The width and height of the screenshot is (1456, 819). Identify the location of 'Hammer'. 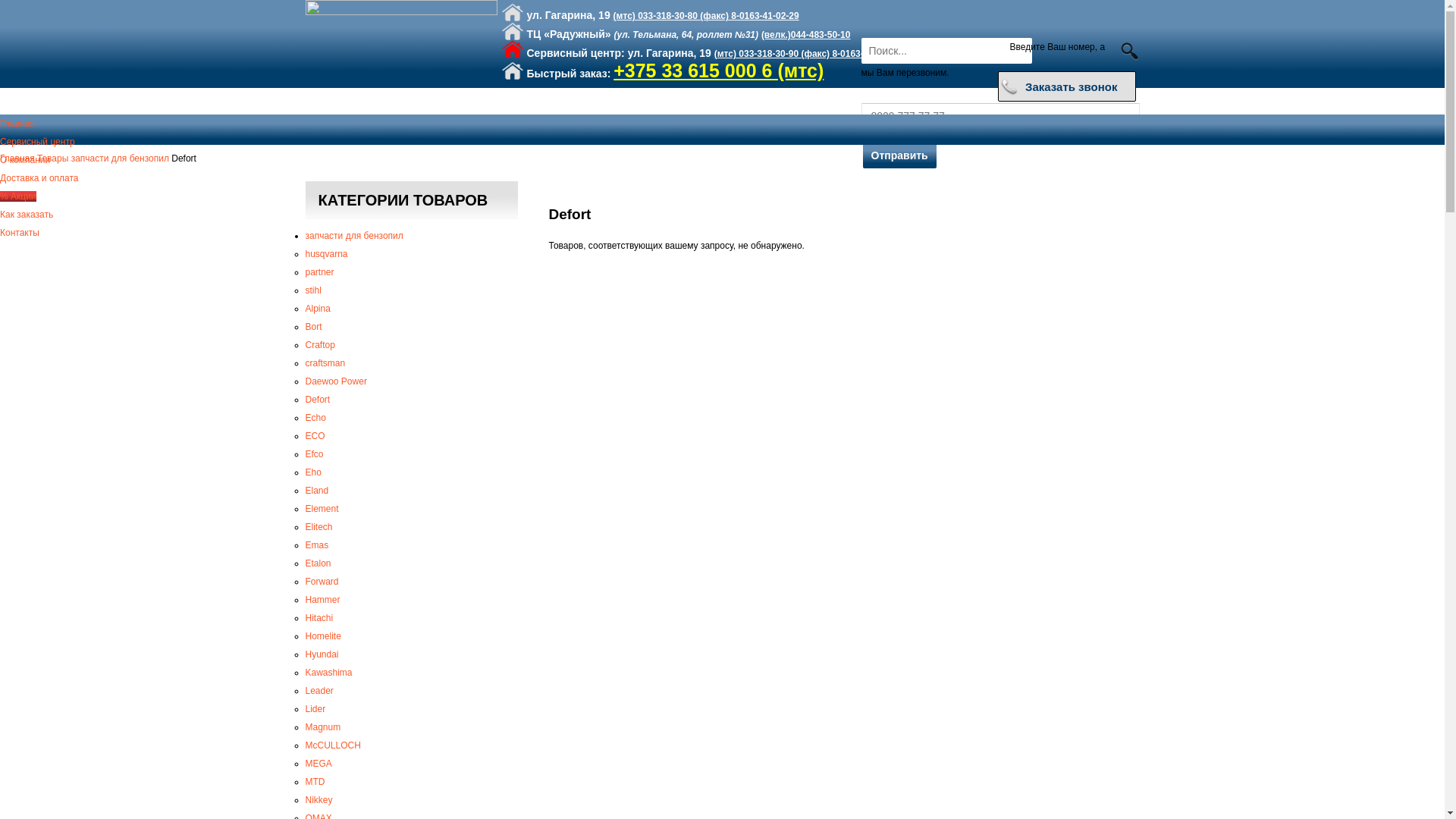
(322, 598).